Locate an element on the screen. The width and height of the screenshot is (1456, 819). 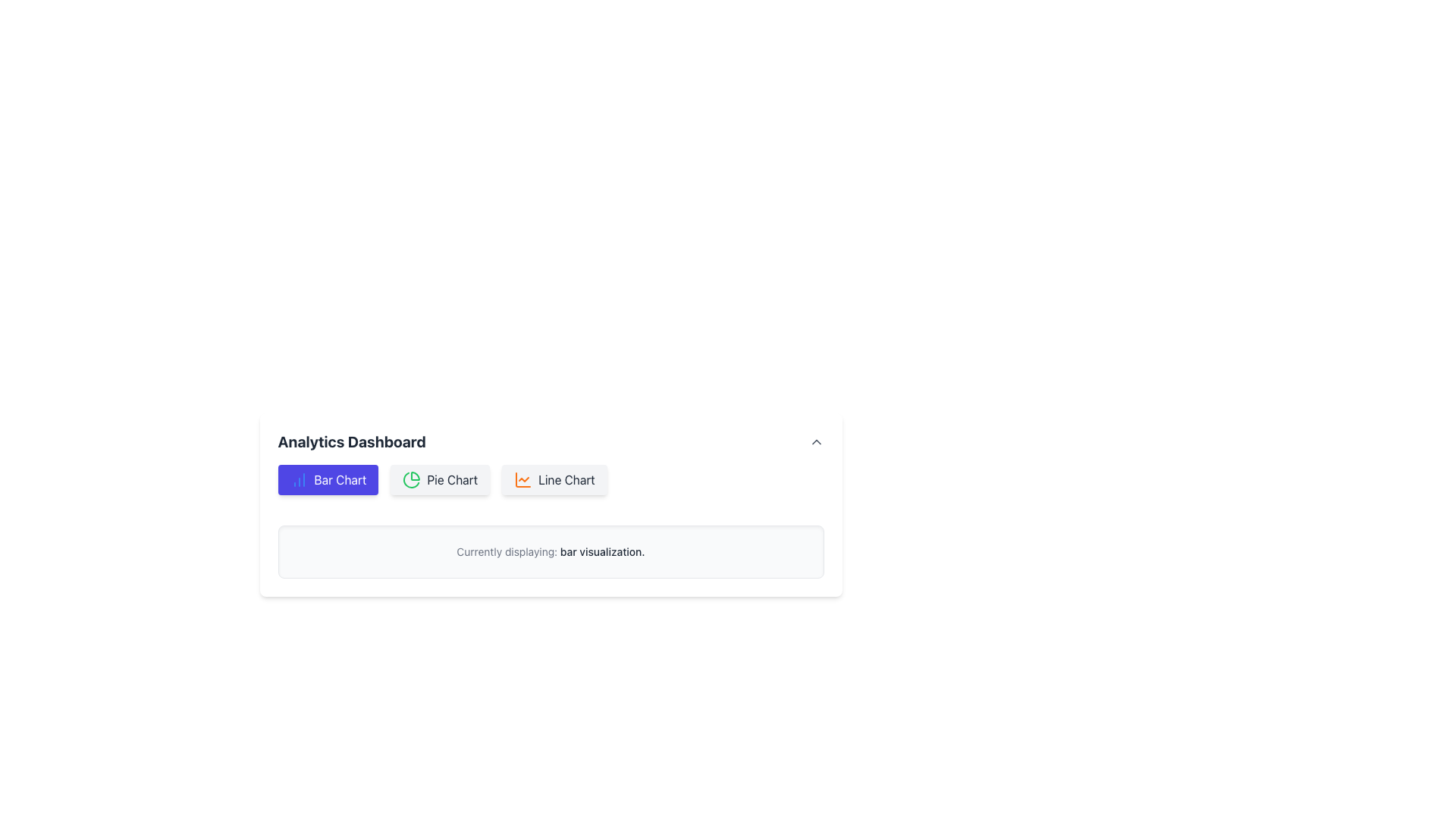
the segmented control button located centrally below the 'Analytics Dashboard' header is located at coordinates (550, 479).